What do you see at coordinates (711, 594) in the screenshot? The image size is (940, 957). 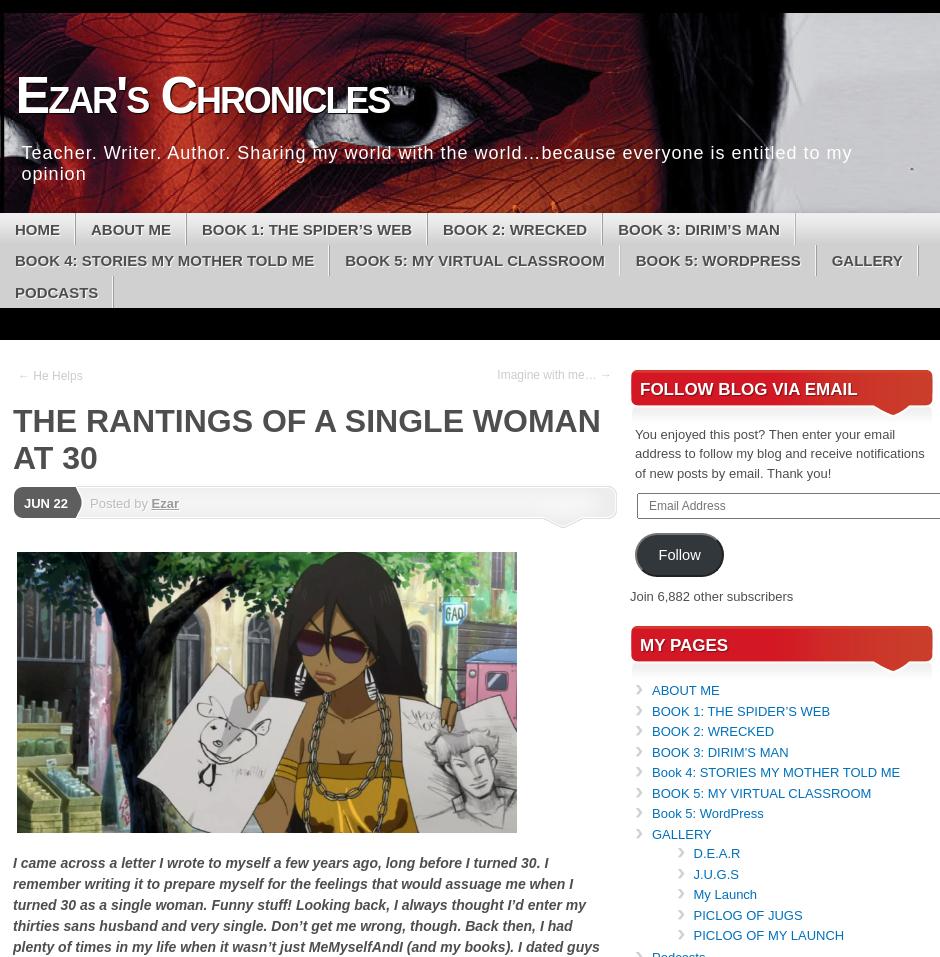 I see `'Join 6,882 other subscribers'` at bounding box center [711, 594].